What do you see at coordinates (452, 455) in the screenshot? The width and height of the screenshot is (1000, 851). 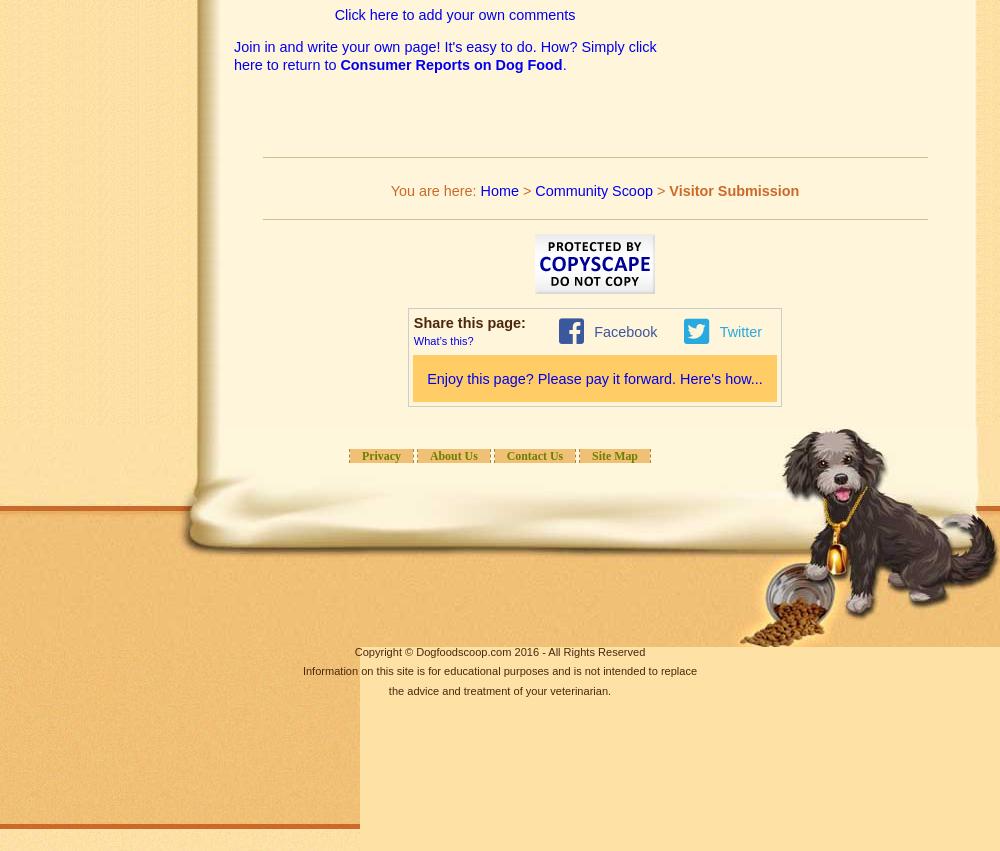 I see `'About Us'` at bounding box center [452, 455].